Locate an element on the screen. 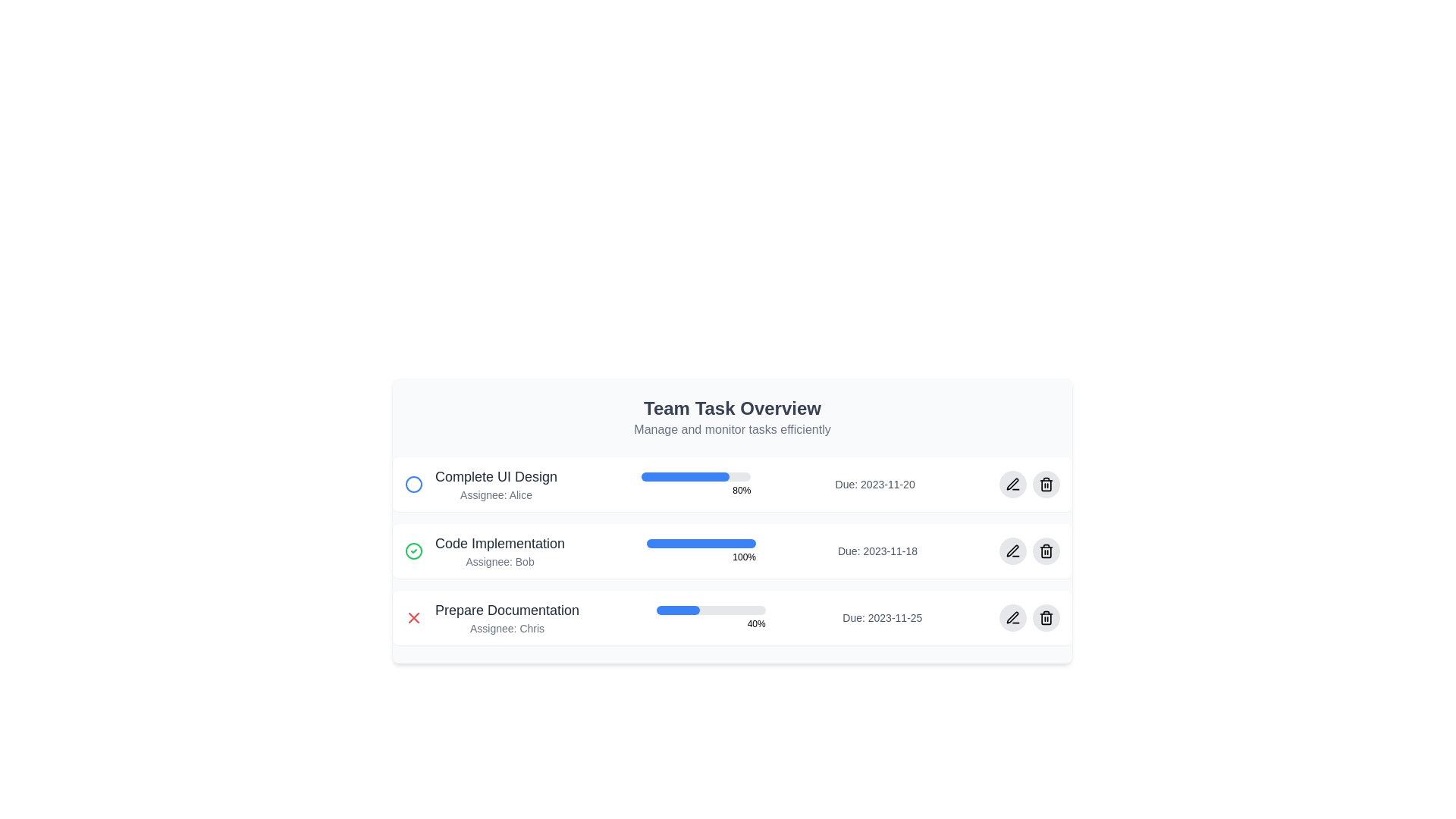 This screenshot has height=819, width=1456. details of the task item widget titled 'Code Implementation' with the subtitle 'Assignee: Bob', which is the second task item in the task list is located at coordinates (484, 551).